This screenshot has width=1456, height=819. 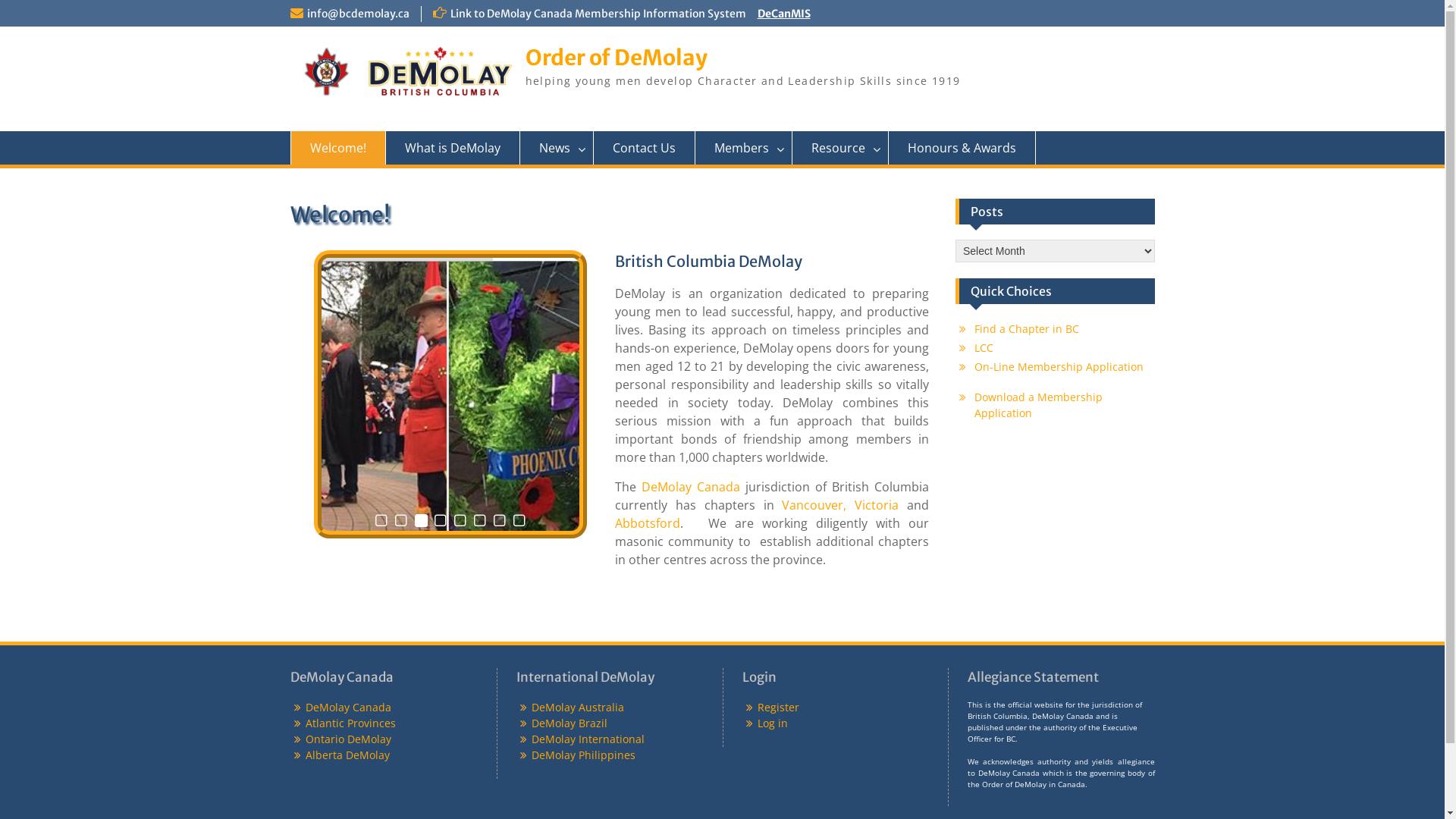 I want to click on 'Atlantic Provinces', so click(x=349, y=722).